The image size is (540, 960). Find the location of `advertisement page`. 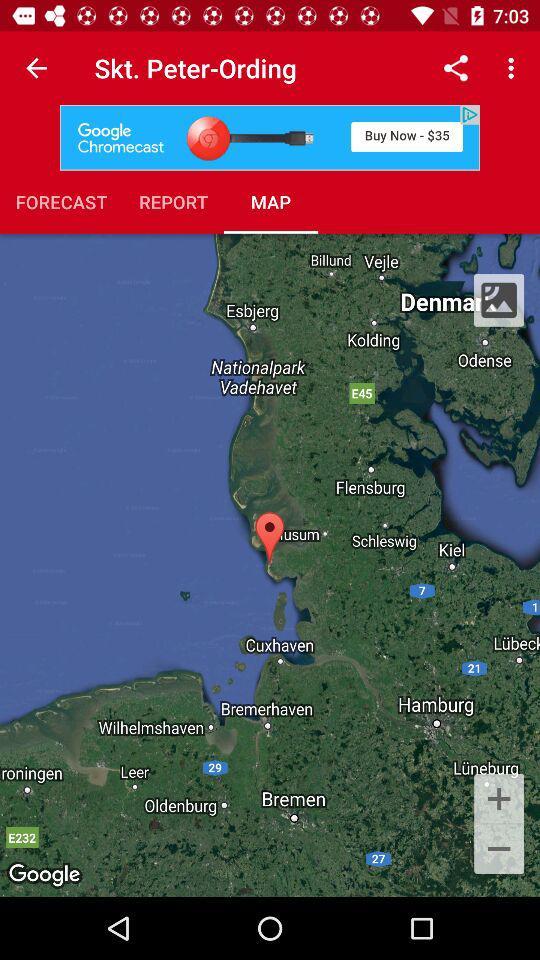

advertisement page is located at coordinates (270, 136).